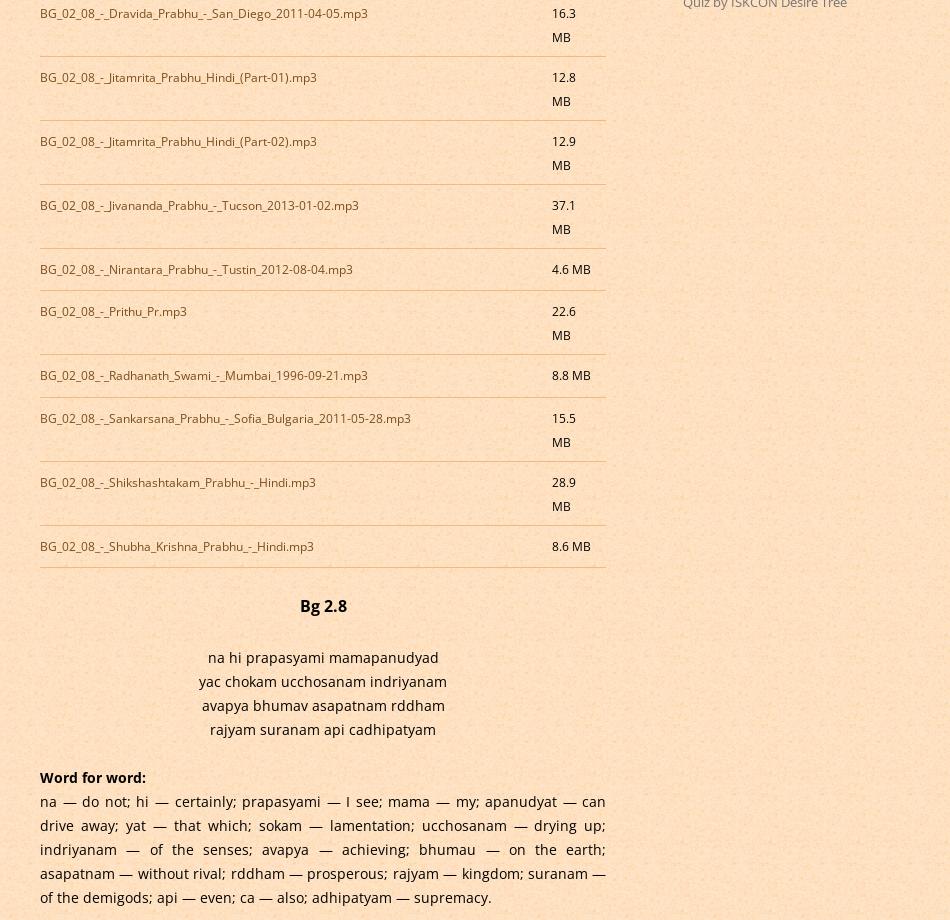  Describe the element at coordinates (195, 268) in the screenshot. I see `'BG_02_08_-_Nirantara_Prabhu_-_Tustin_2012-08-04.mp3'` at that location.